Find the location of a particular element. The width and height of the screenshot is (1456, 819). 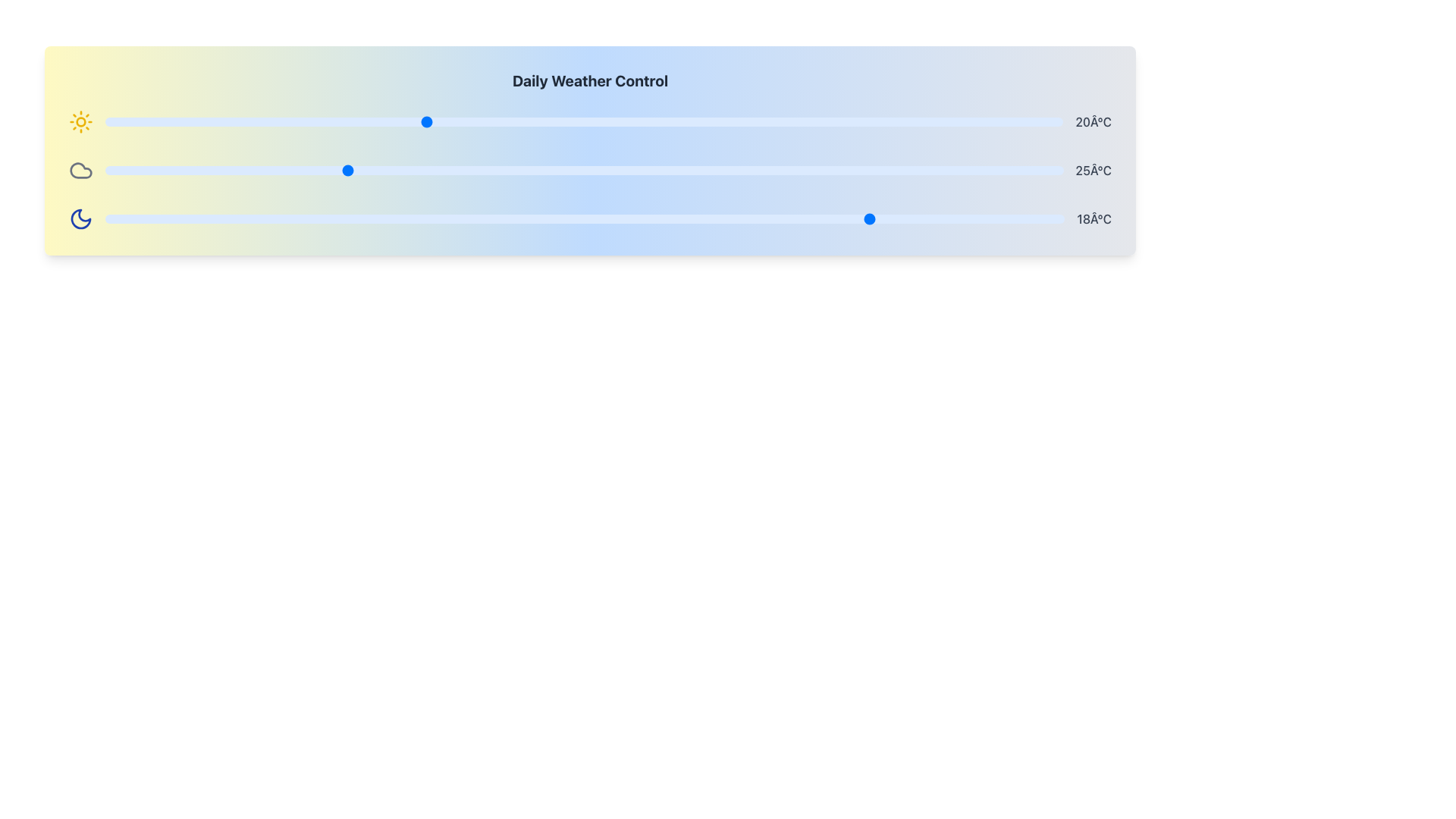

the morning temperature is located at coordinates (871, 121).